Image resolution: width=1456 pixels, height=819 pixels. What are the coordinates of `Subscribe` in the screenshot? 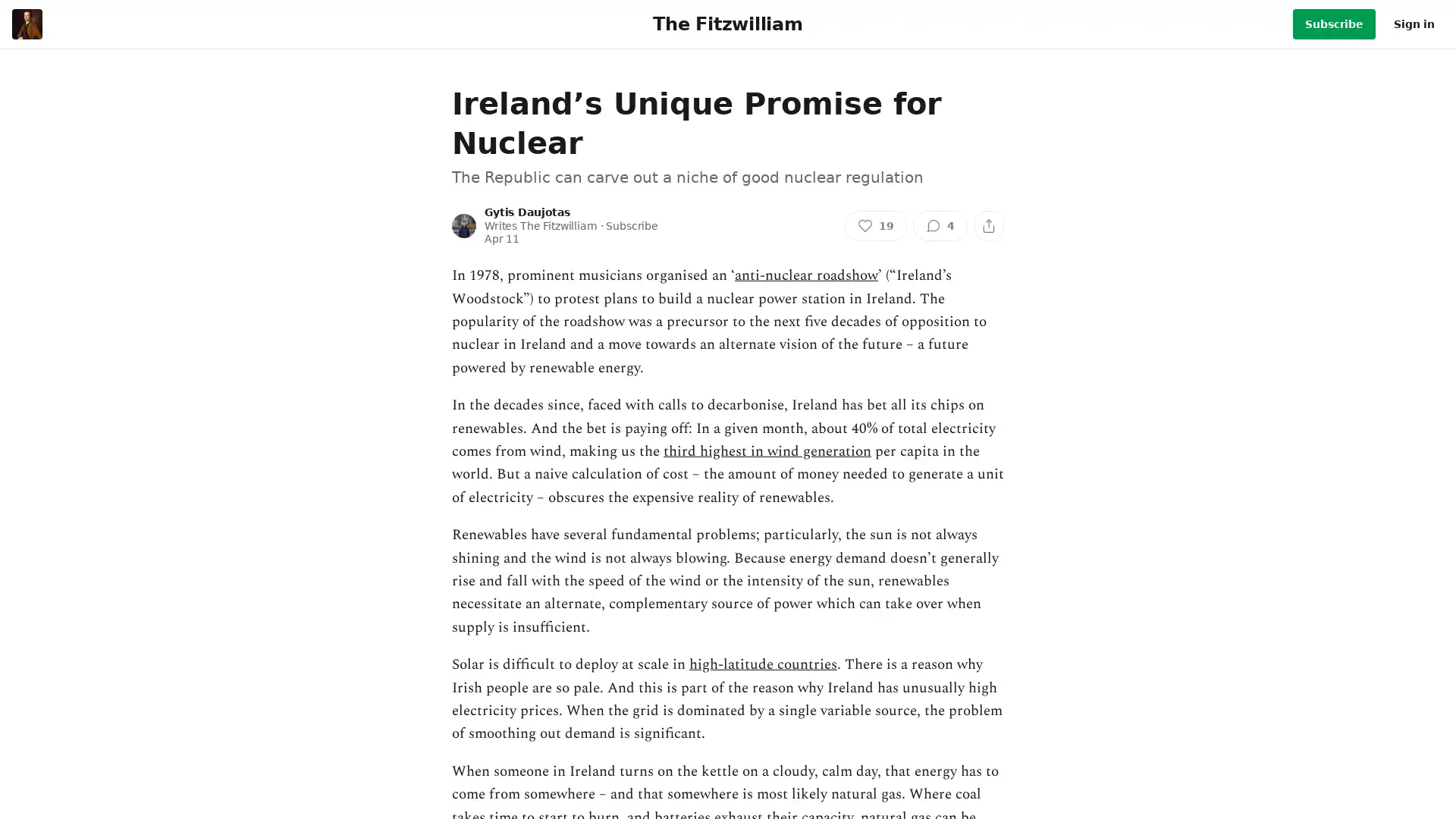 It's located at (1333, 24).